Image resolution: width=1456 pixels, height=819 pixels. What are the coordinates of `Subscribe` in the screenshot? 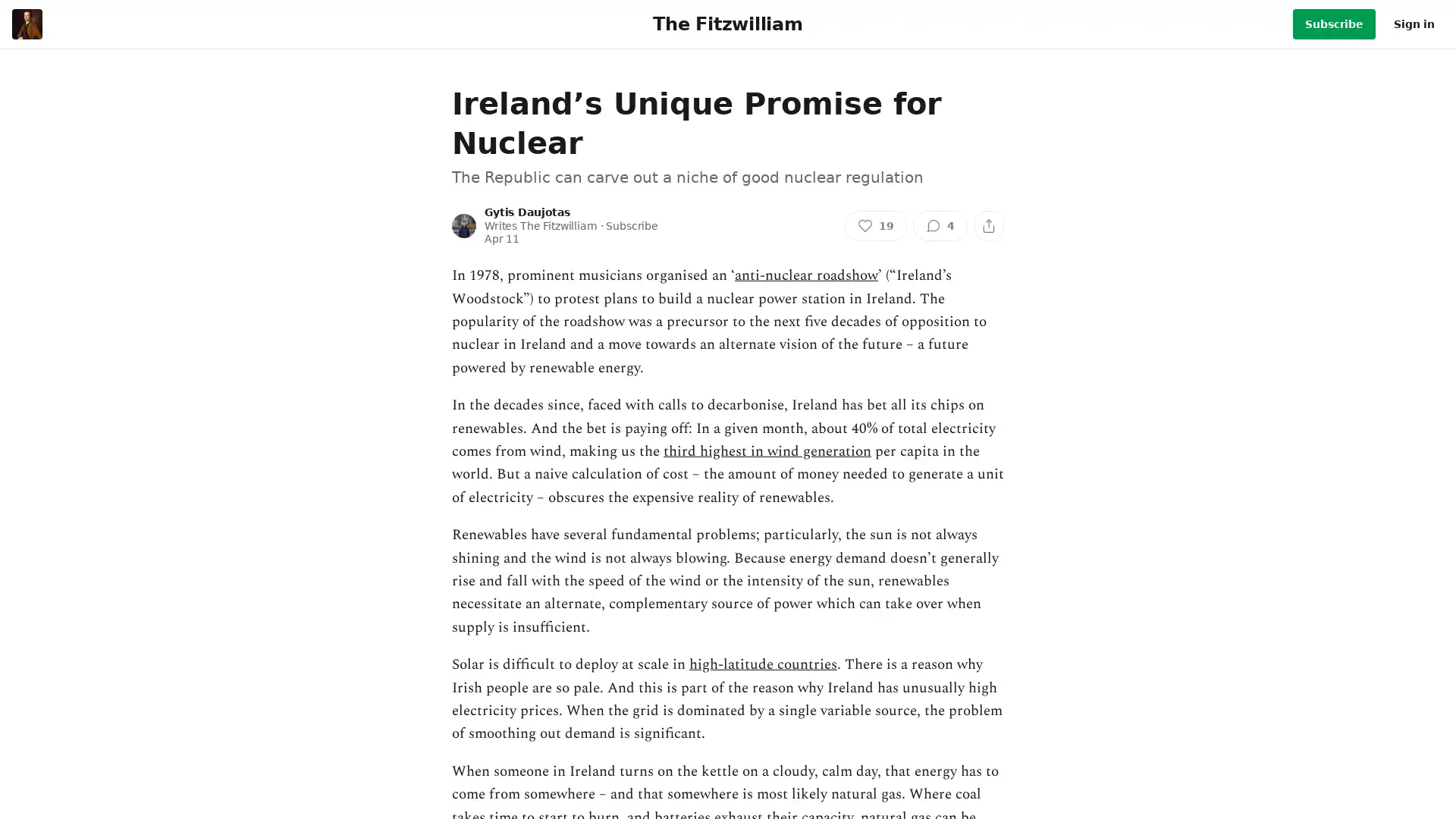 It's located at (1333, 24).